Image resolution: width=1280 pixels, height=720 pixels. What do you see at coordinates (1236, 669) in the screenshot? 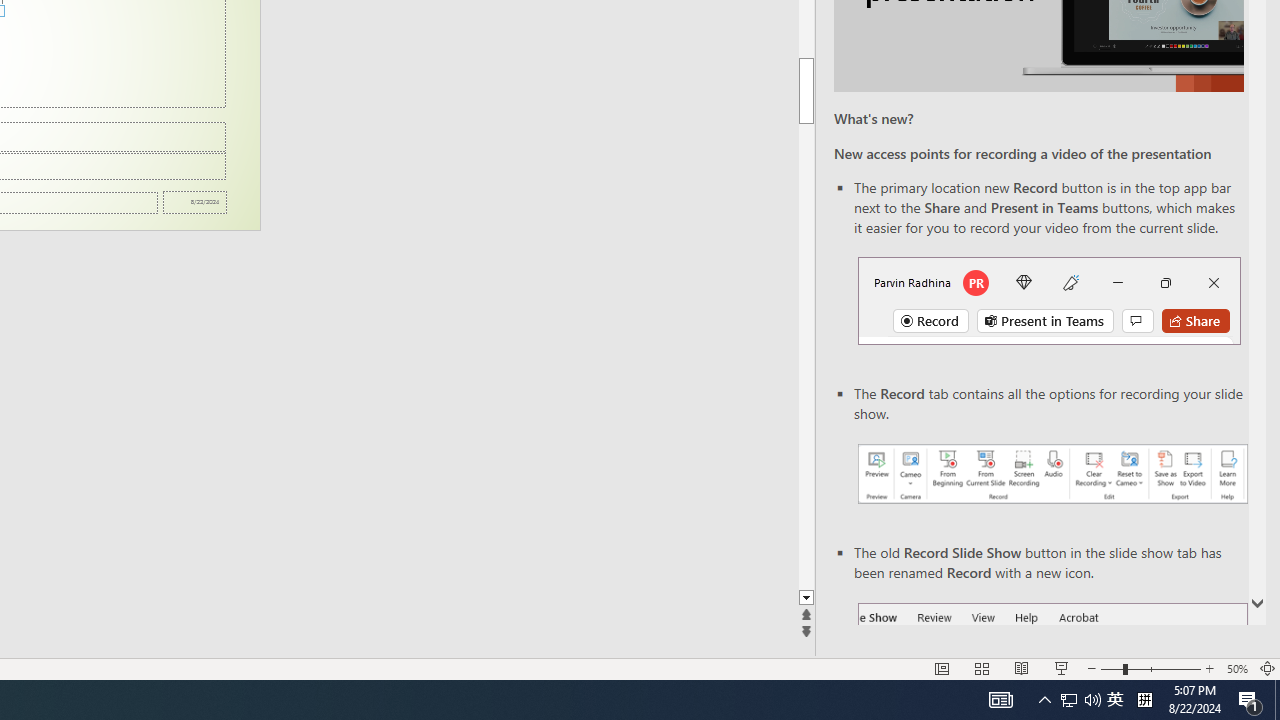
I see `'Zoom 50%'` at bounding box center [1236, 669].